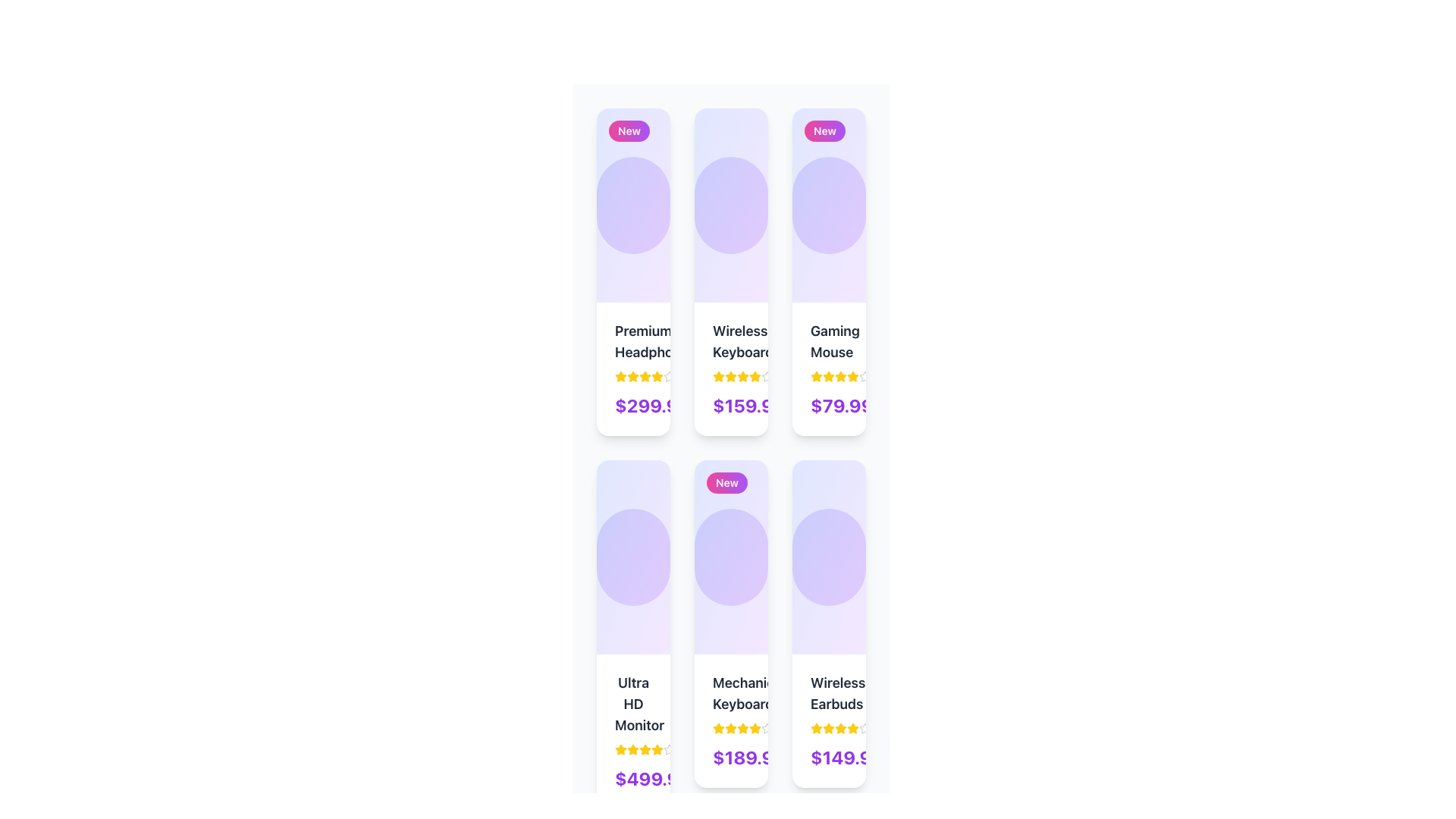 The image size is (1456, 819). What do you see at coordinates (633, 748) in the screenshot?
I see `the third star-shaped icon with a yellow fill and border, which serves as a visual indicator for rating, located below the text 'Ultra HD Monitor'` at bounding box center [633, 748].